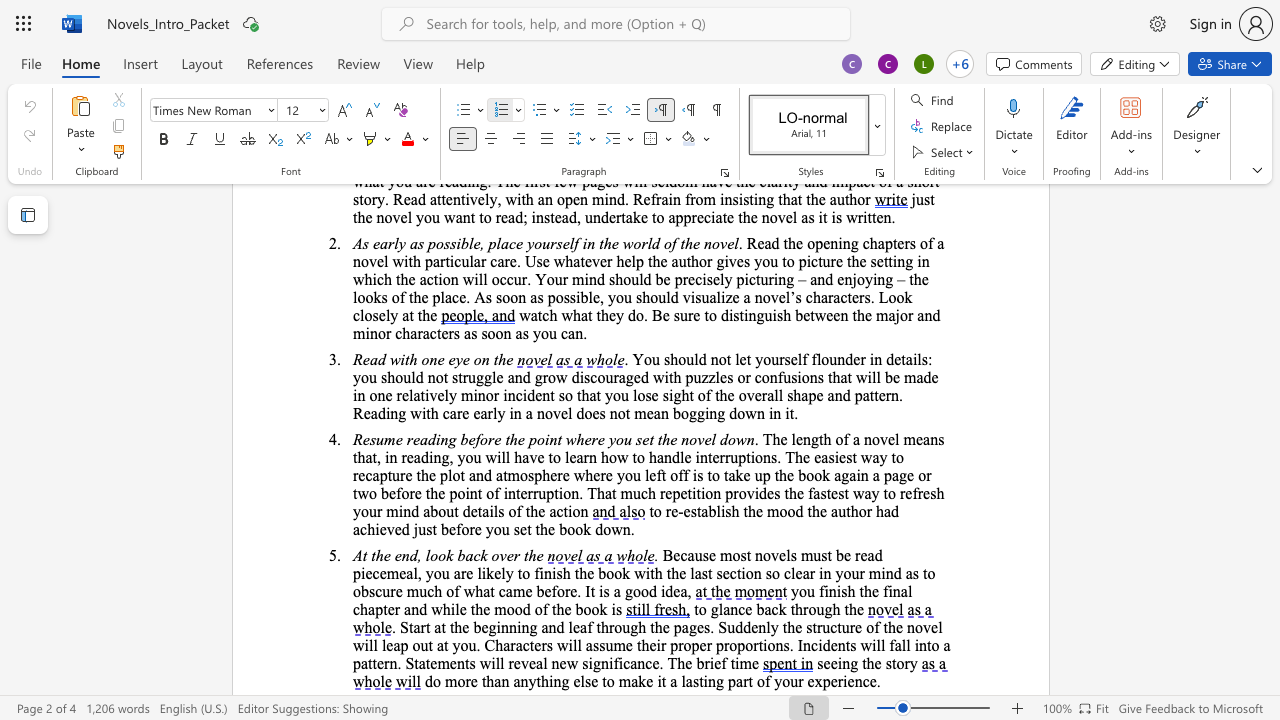 The image size is (1280, 720). What do you see at coordinates (680, 590) in the screenshot?
I see `the space between the continuous character "e" and "a" in the text` at bounding box center [680, 590].